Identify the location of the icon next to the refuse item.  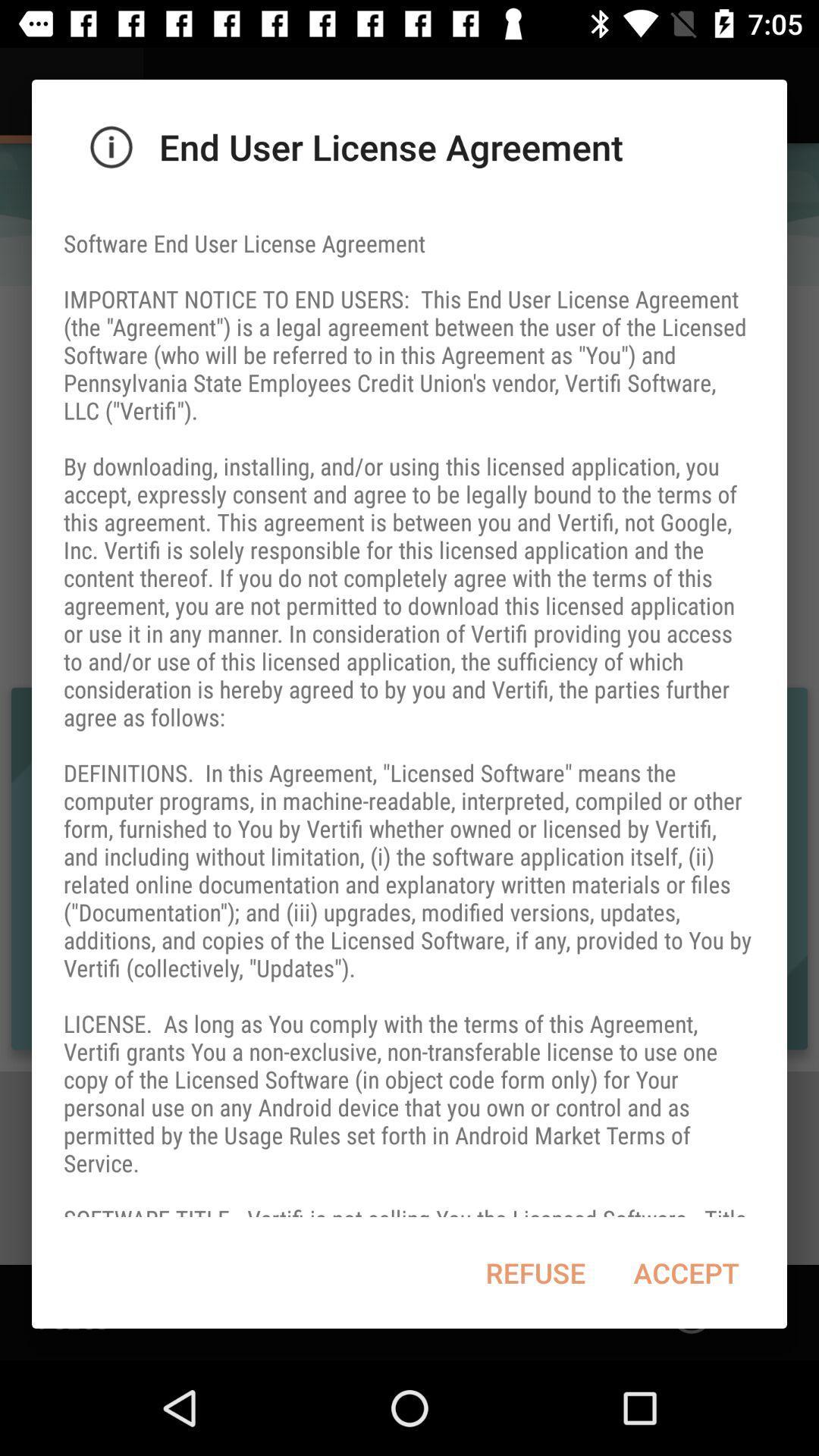
(686, 1272).